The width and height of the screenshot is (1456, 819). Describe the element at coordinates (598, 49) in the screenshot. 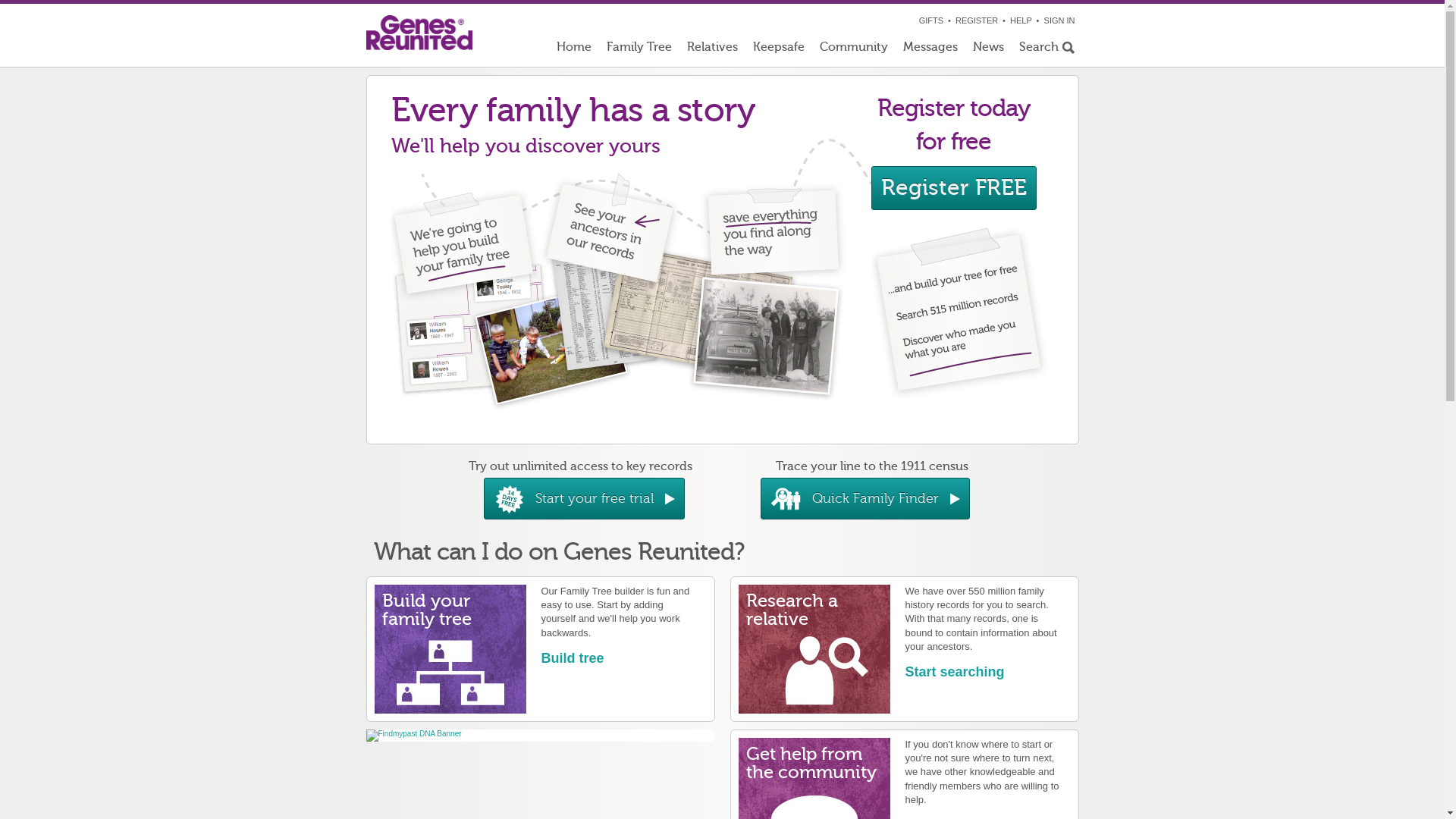

I see `'Family Tree'` at that location.